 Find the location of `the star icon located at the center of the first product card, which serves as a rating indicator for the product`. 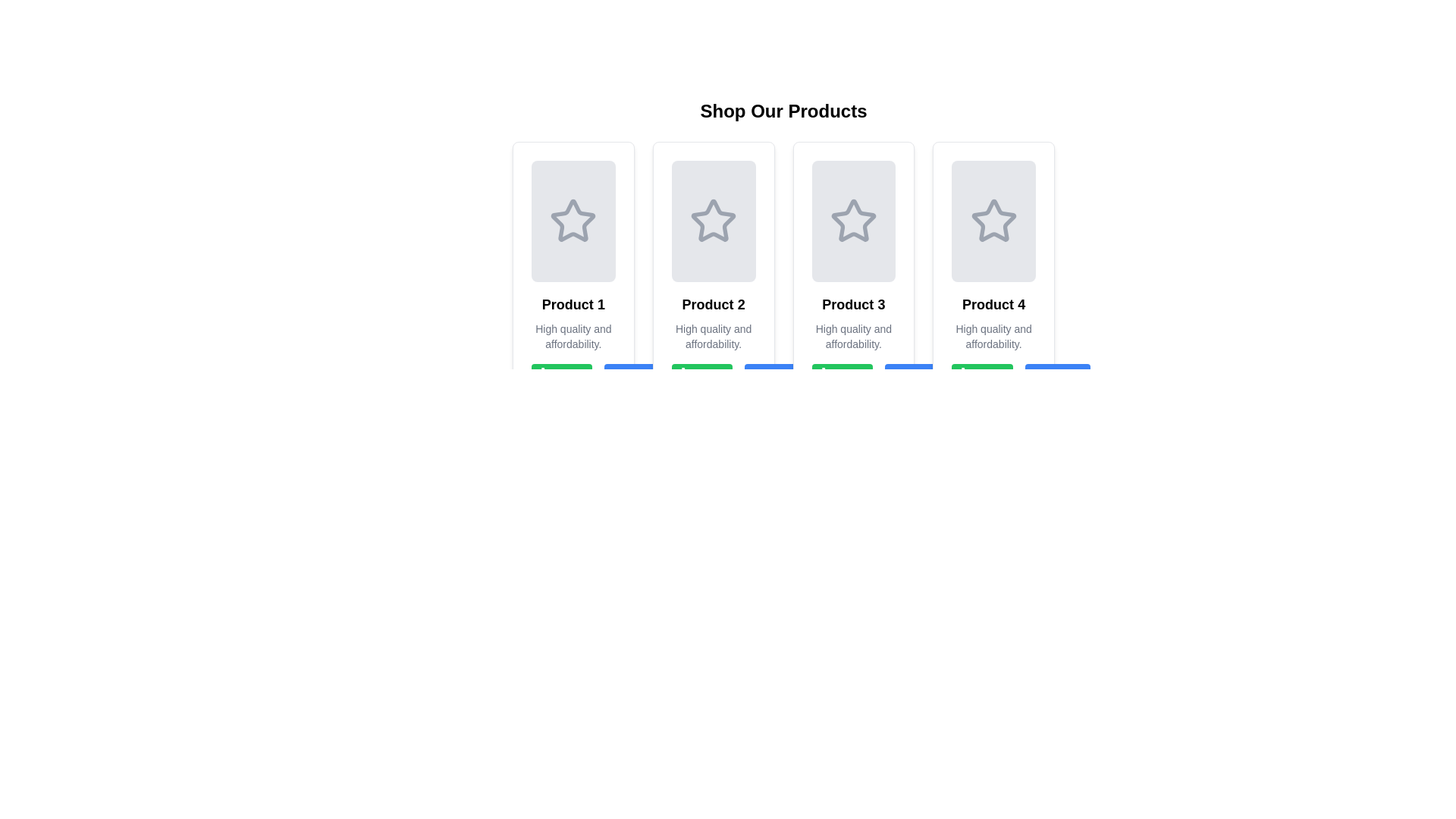

the star icon located at the center of the first product card, which serves as a rating indicator for the product is located at coordinates (573, 221).